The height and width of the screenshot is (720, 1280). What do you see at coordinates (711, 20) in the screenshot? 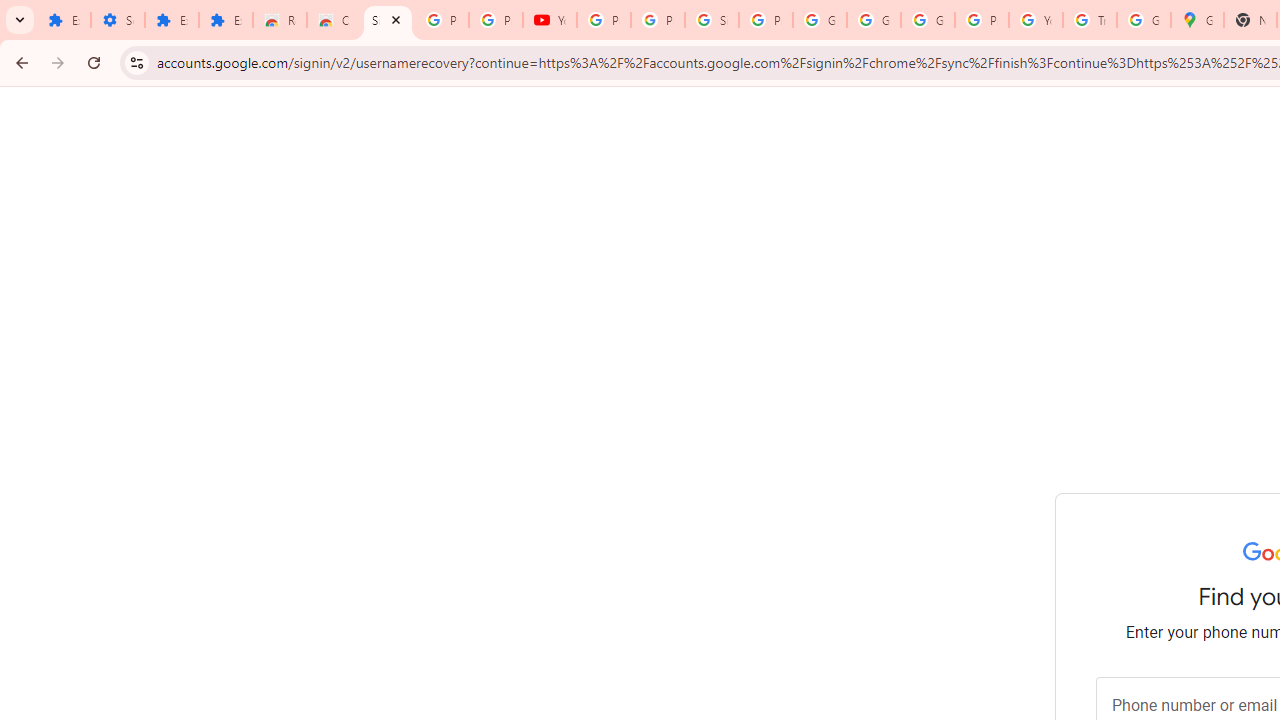
I see `'Sign in - Google Accounts'` at bounding box center [711, 20].